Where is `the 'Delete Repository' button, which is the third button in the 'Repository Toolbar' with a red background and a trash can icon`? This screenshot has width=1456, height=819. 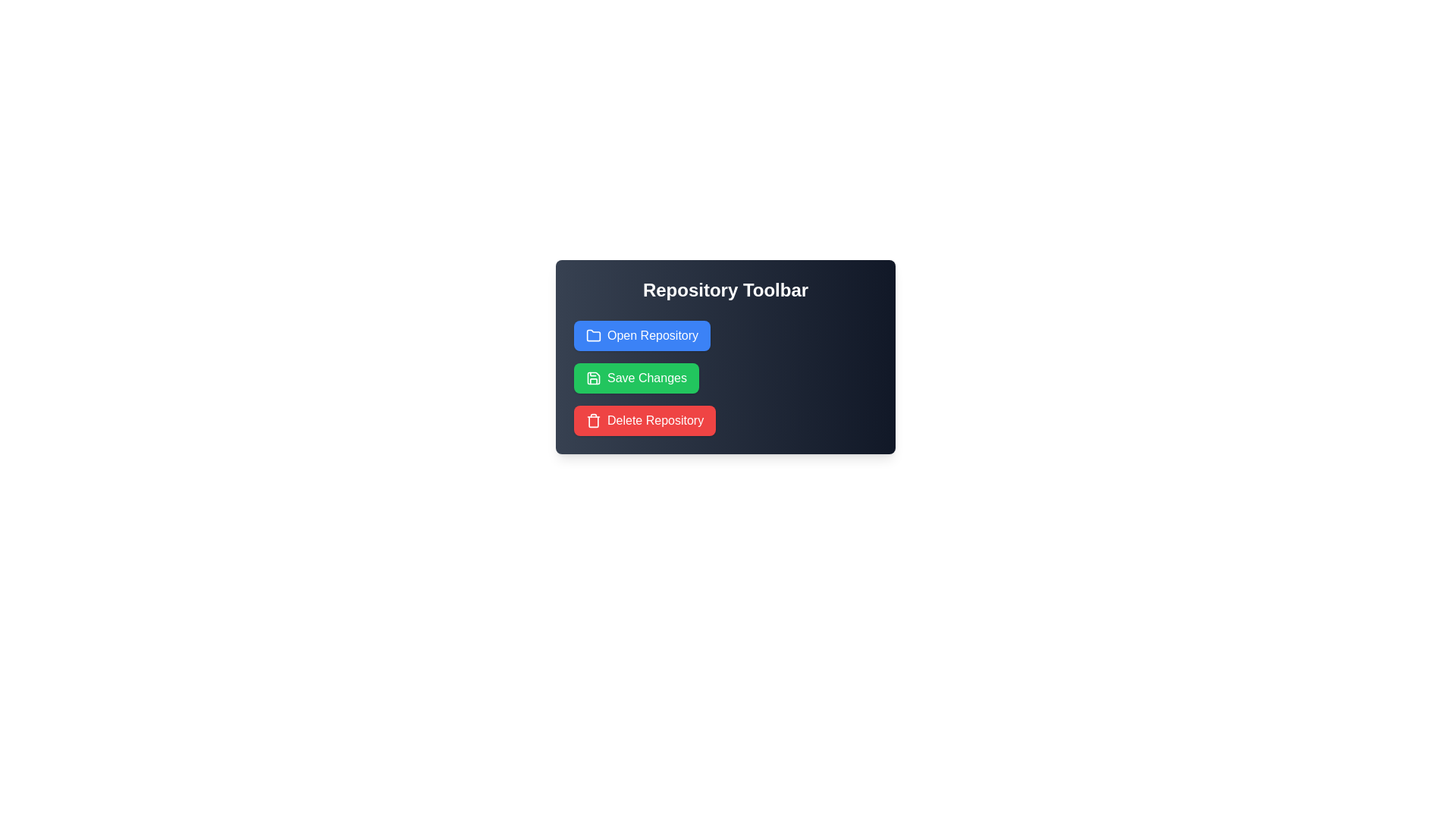 the 'Delete Repository' button, which is the third button in the 'Repository Toolbar' with a red background and a trash can icon is located at coordinates (645, 421).